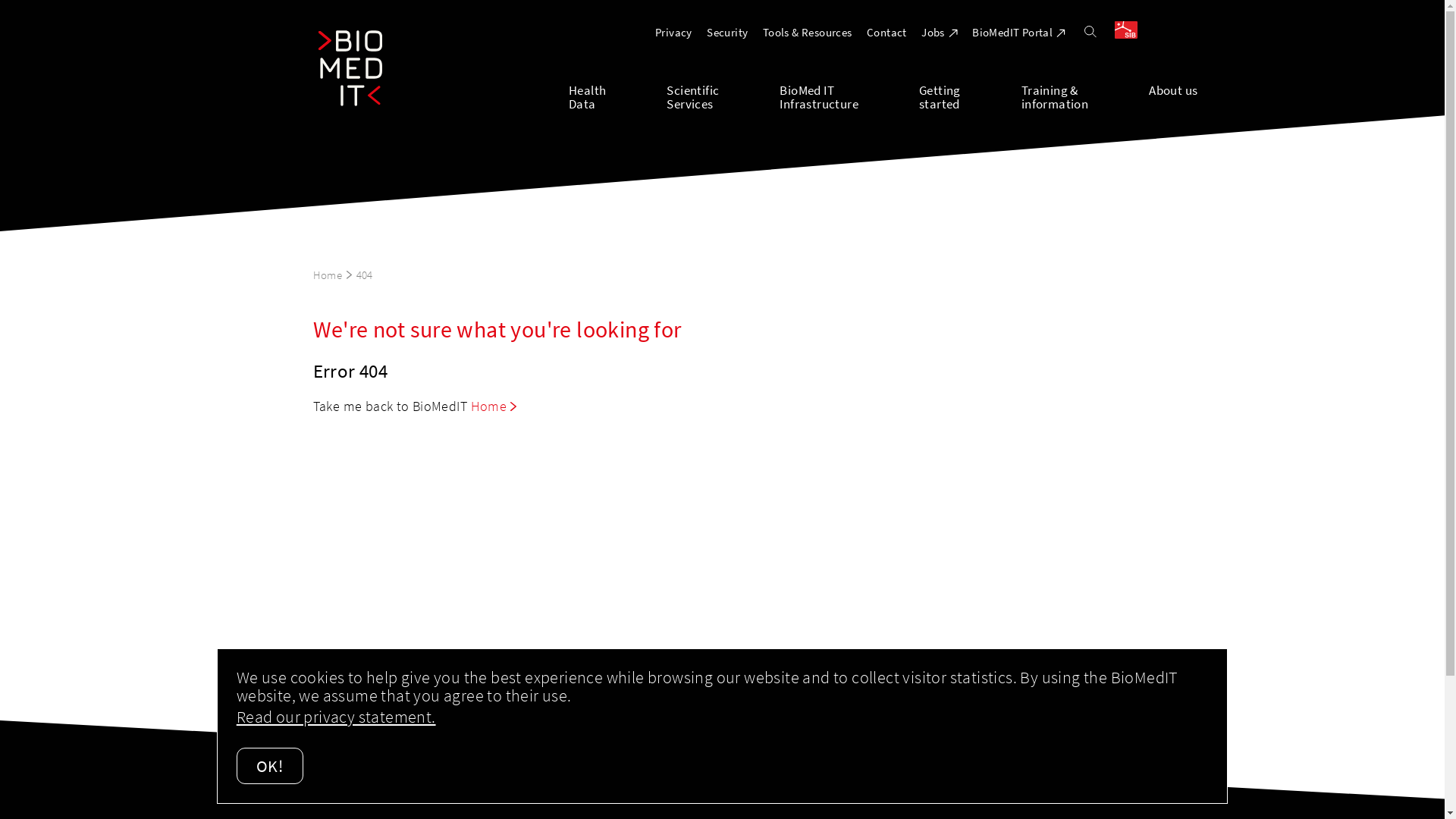  I want to click on 'About us', so click(1172, 96).